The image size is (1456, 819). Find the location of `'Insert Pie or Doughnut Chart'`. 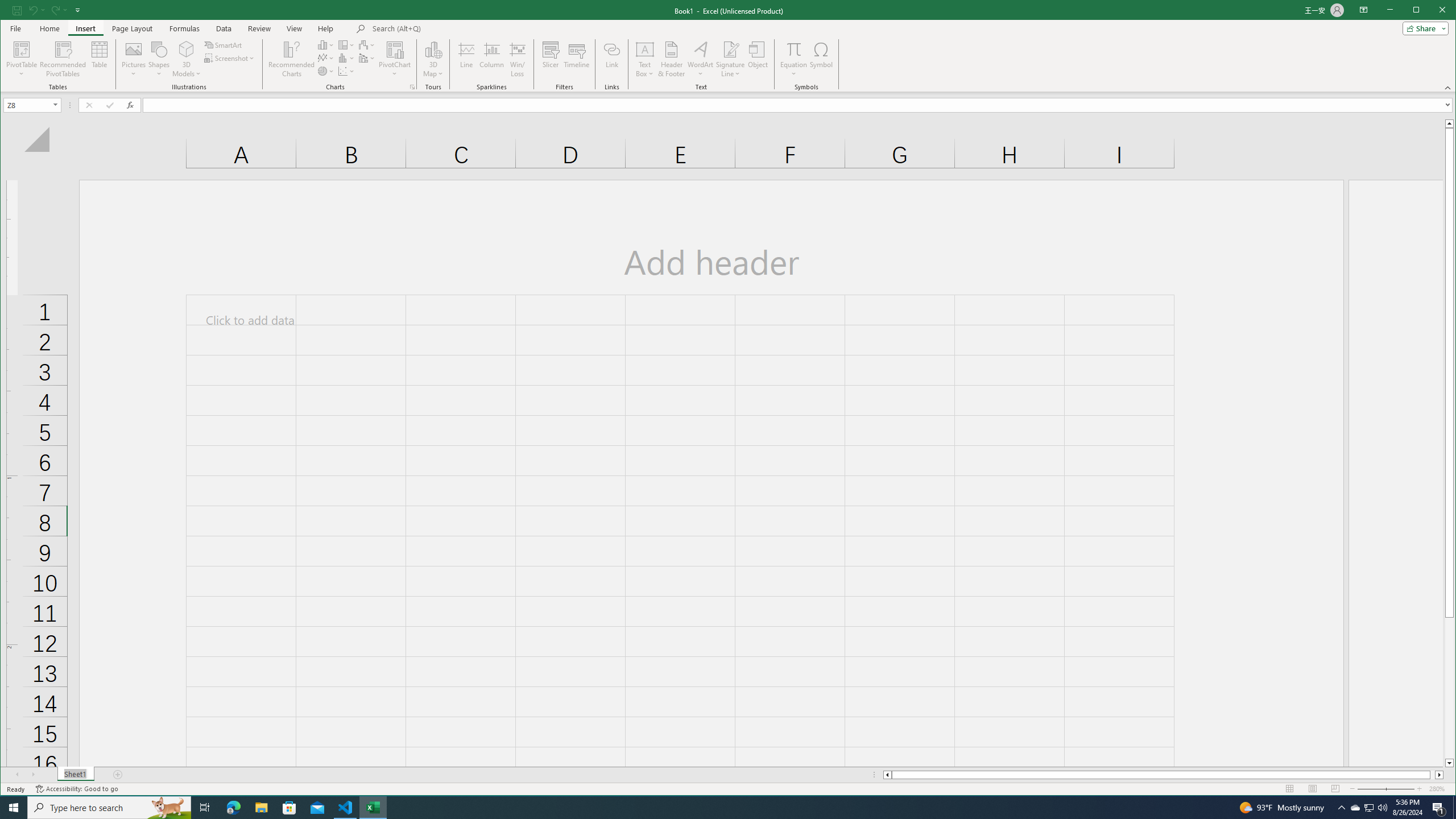

'Insert Pie or Doughnut Chart' is located at coordinates (325, 71).